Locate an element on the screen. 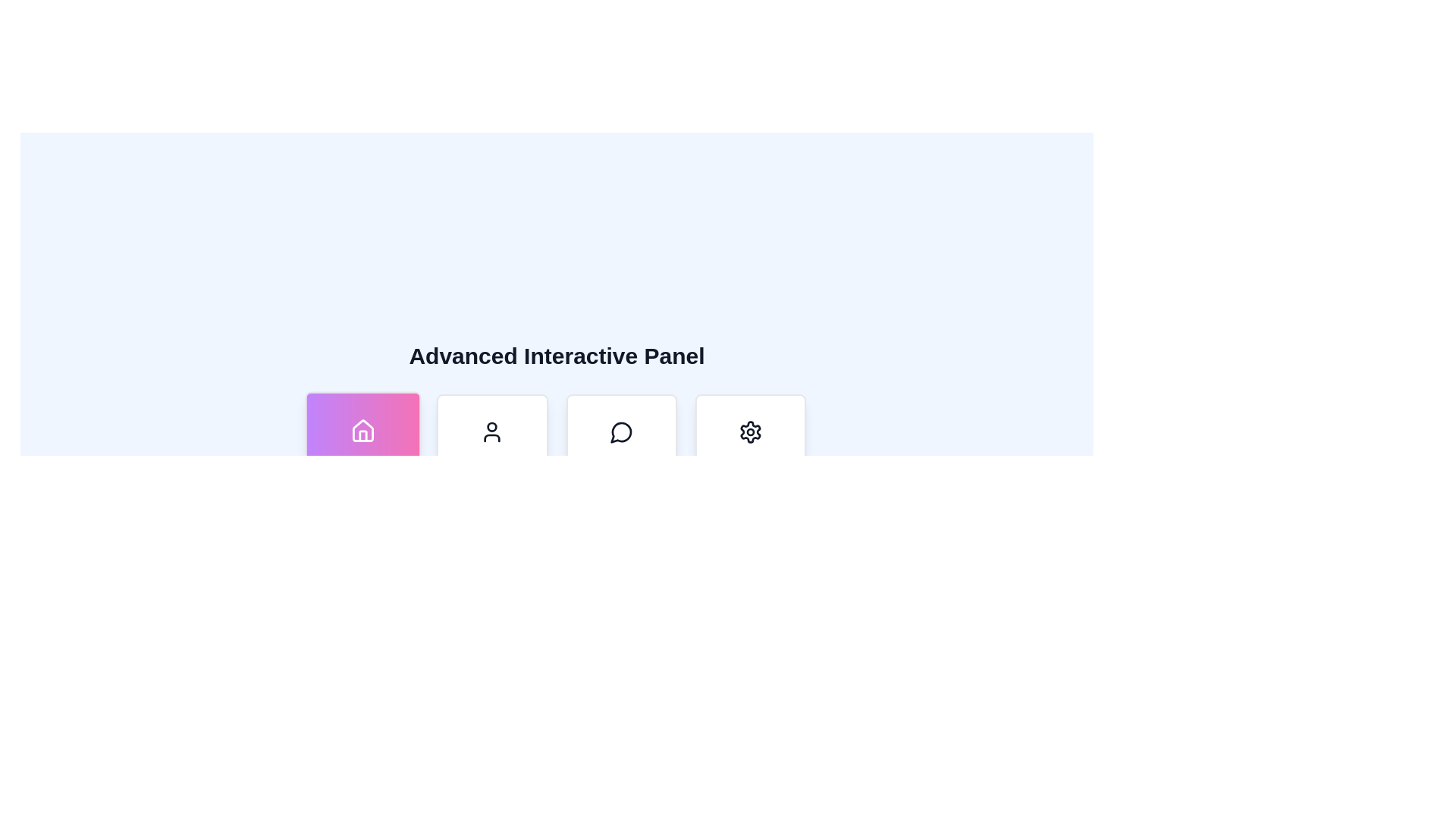 This screenshot has height=819, width=1456. the settings navigation button located in the bottom-right portion of the grid, which follows the cards labeled 'Dashboard', 'Profile', and 'Messages' is located at coordinates (750, 447).